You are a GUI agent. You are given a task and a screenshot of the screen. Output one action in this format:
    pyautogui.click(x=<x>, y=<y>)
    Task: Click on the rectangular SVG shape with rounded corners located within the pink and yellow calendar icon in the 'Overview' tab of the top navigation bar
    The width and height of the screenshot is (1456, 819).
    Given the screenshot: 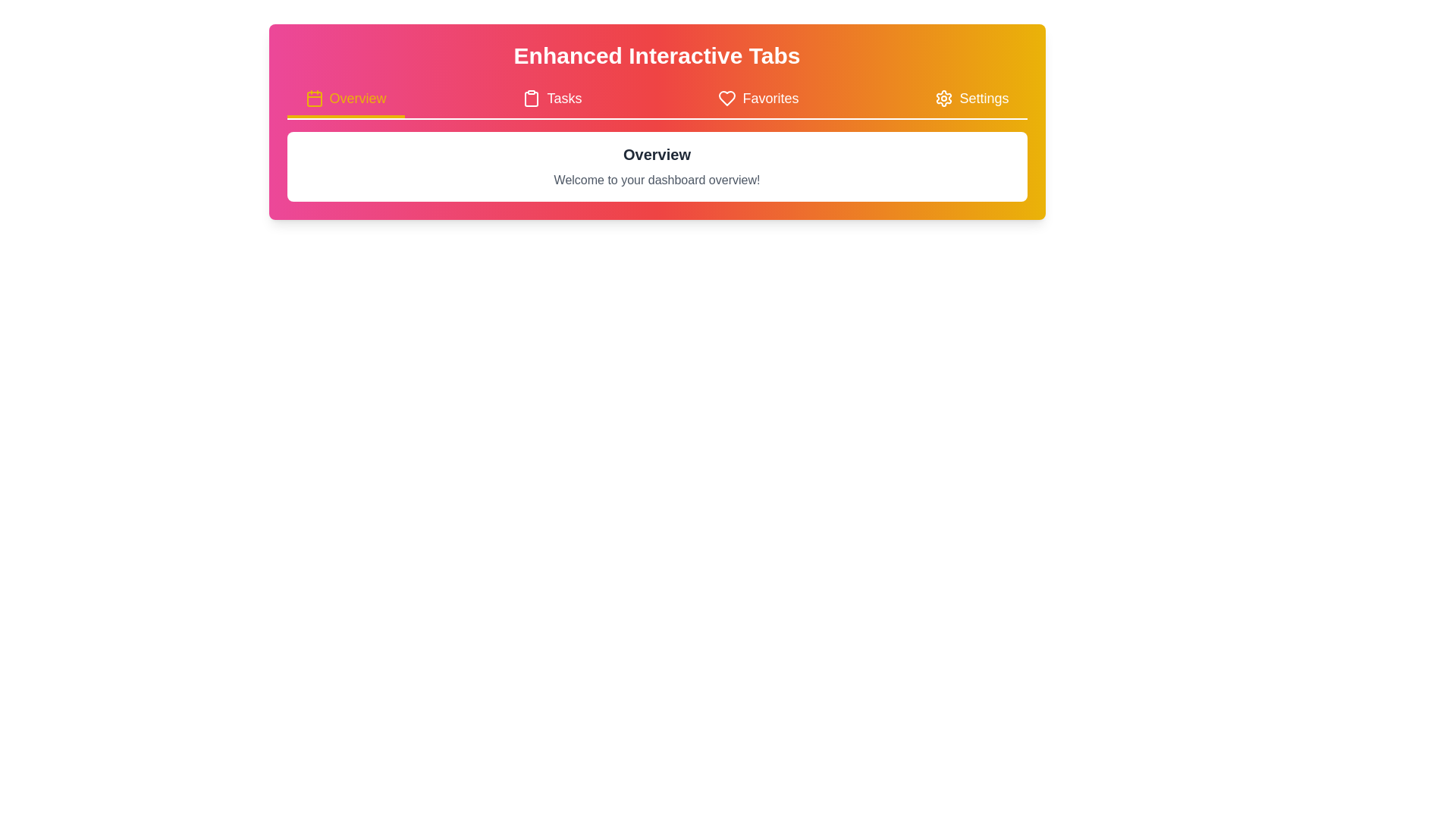 What is the action you would take?
    pyautogui.click(x=313, y=99)
    